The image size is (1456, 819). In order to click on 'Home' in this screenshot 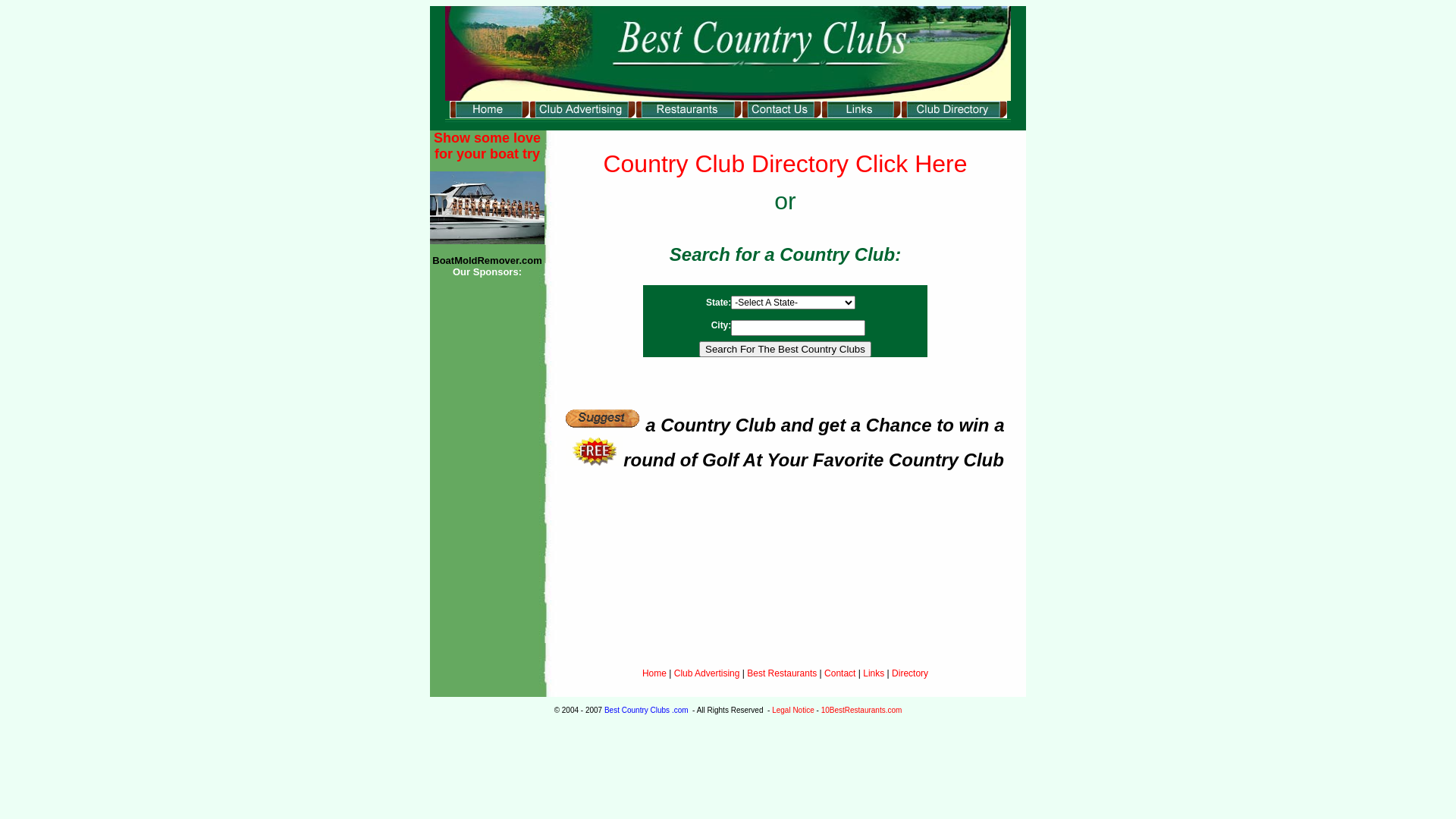, I will do `click(654, 672)`.